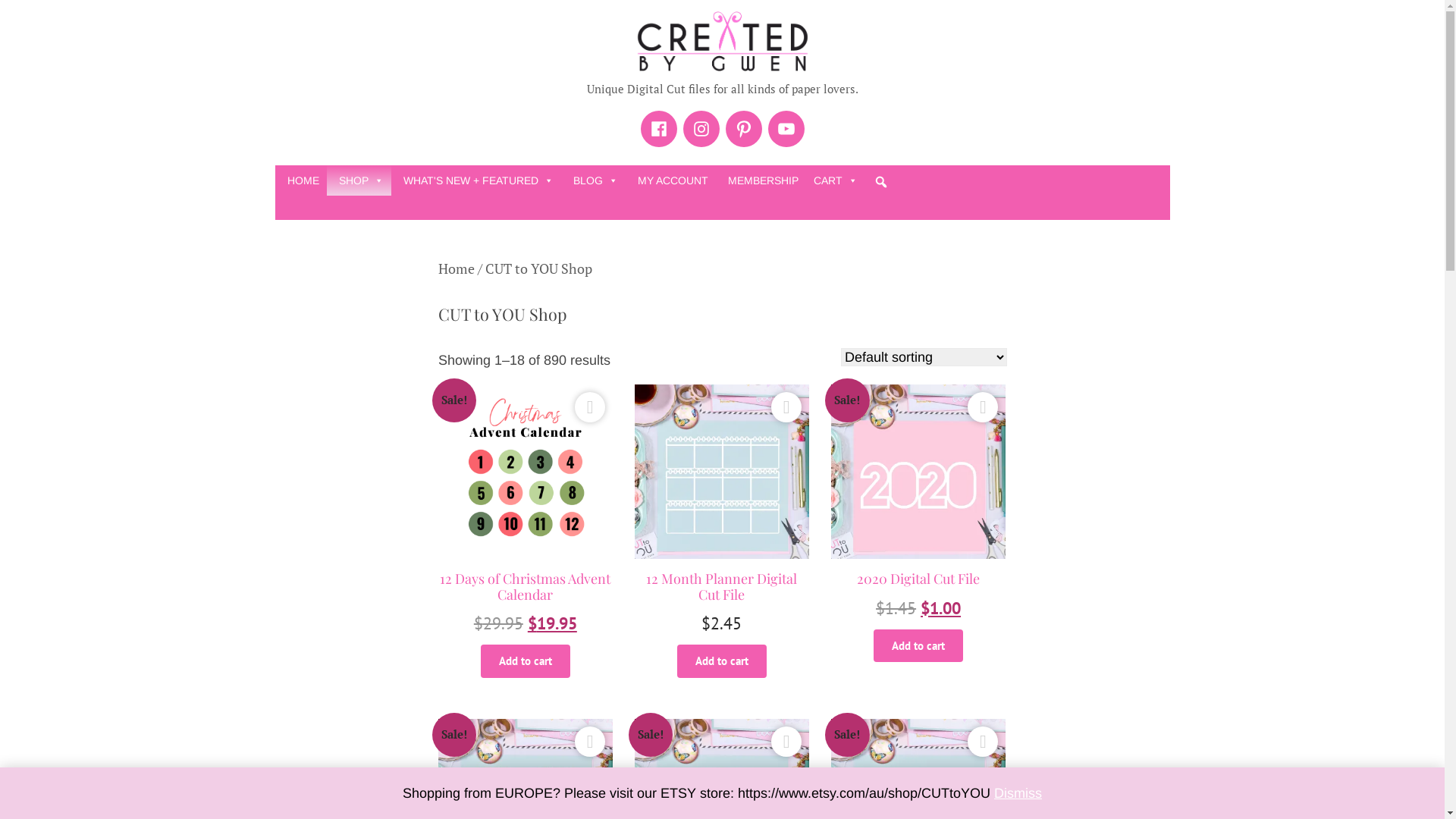 The height and width of the screenshot is (819, 1456). Describe the element at coordinates (357, 180) in the screenshot. I see `'SHOP'` at that location.